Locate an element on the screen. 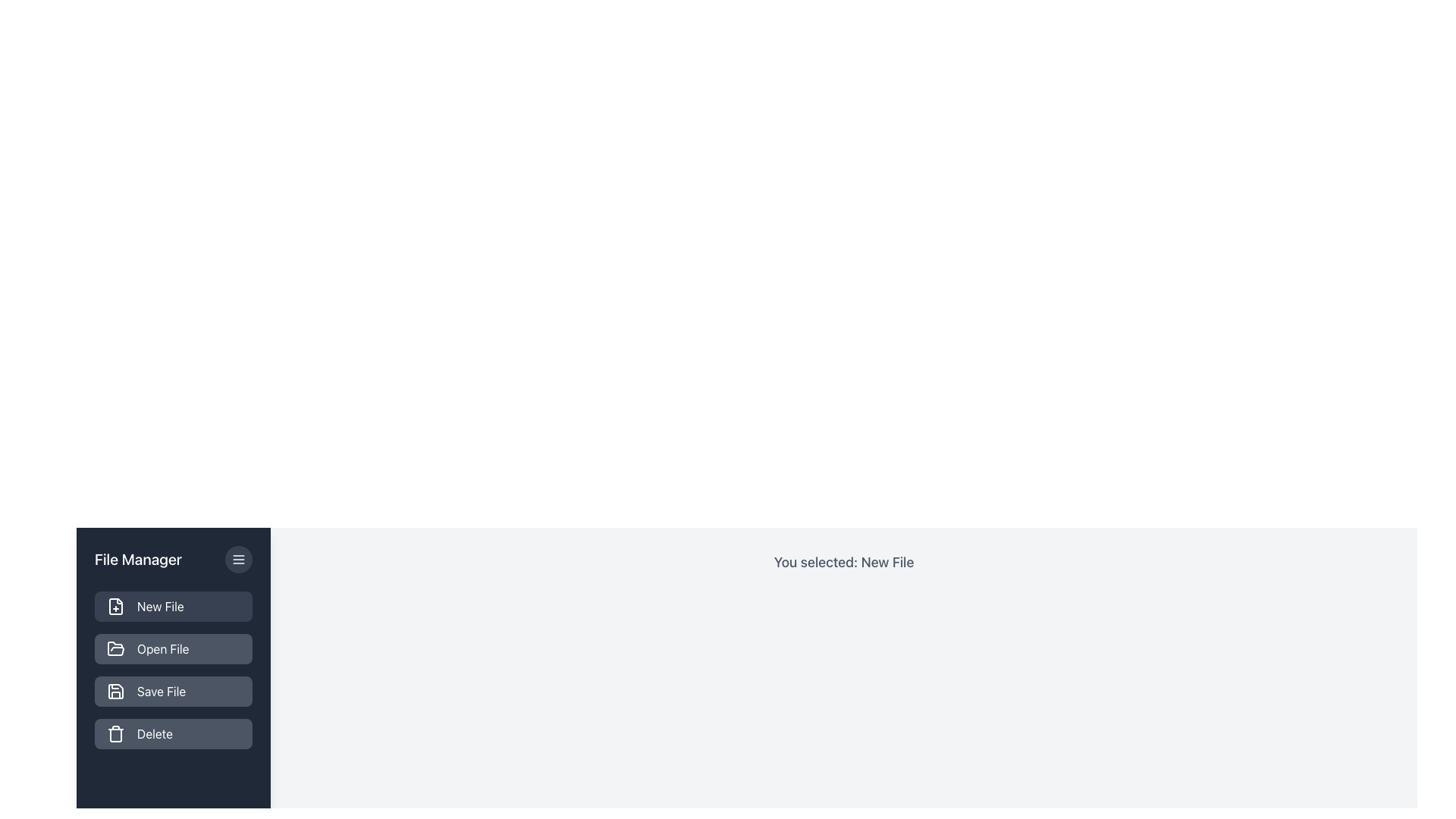 Image resolution: width=1456 pixels, height=819 pixels. the 'Save File' button with a dark gray background in the 'File Manager' sidebar to observe the style change is located at coordinates (174, 691).